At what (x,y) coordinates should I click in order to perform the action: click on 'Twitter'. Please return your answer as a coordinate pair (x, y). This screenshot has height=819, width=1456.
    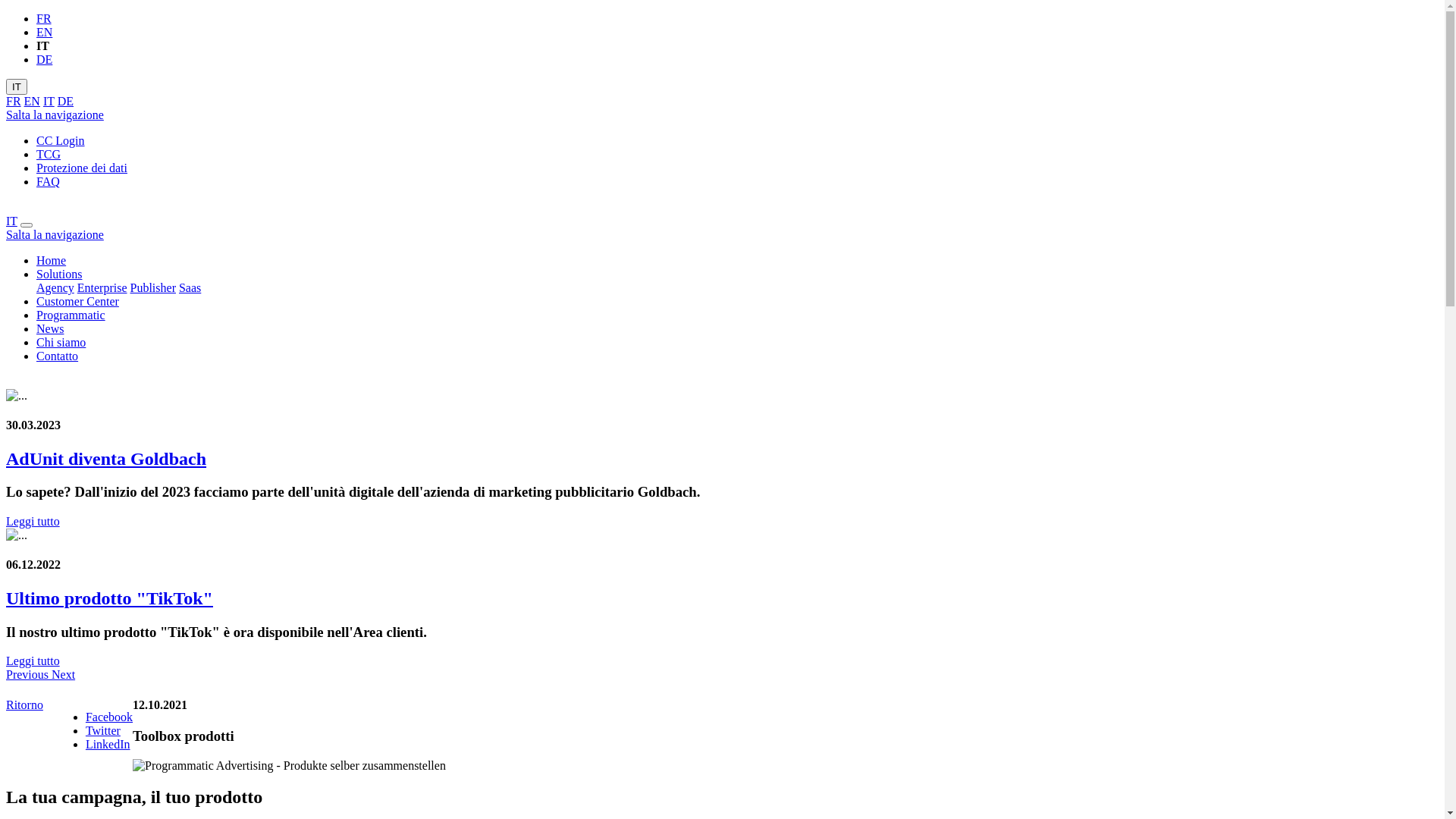
    Looking at the image, I should click on (102, 730).